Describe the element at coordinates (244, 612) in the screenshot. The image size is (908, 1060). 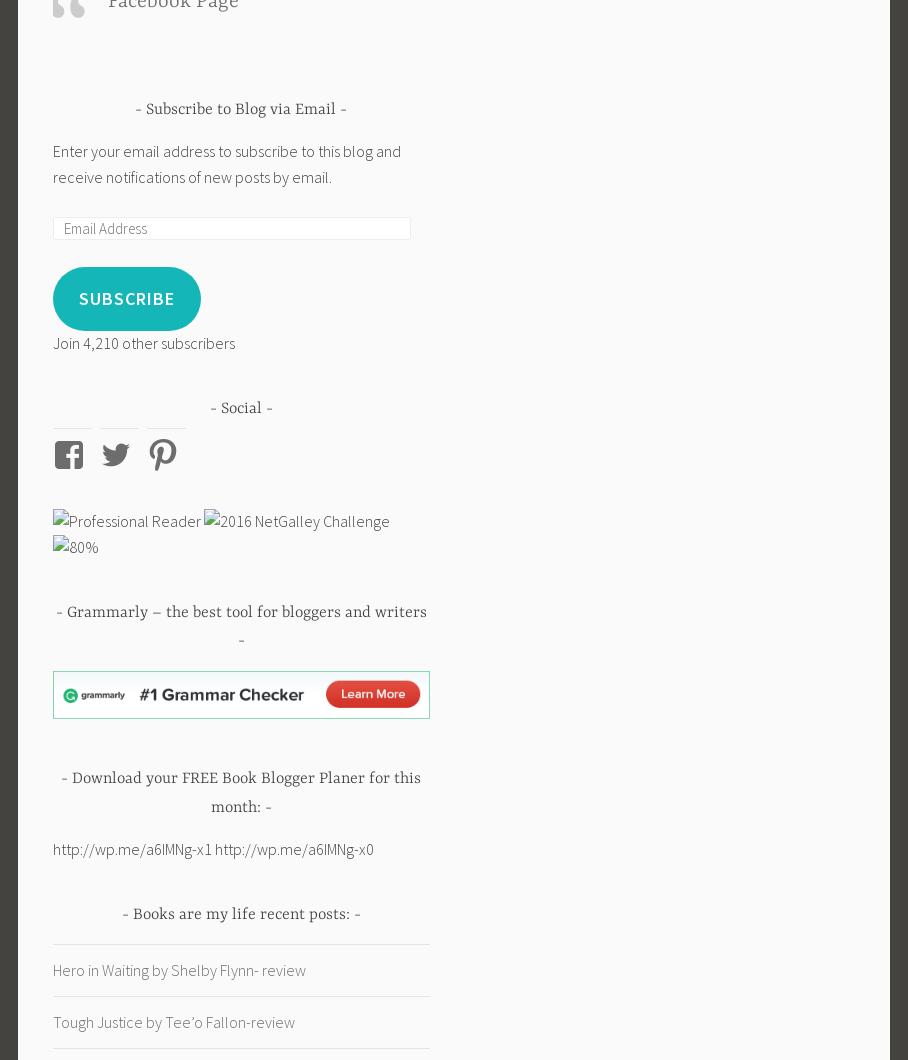
I see `'Grammarly – the best tool for bloggers and writers'` at that location.